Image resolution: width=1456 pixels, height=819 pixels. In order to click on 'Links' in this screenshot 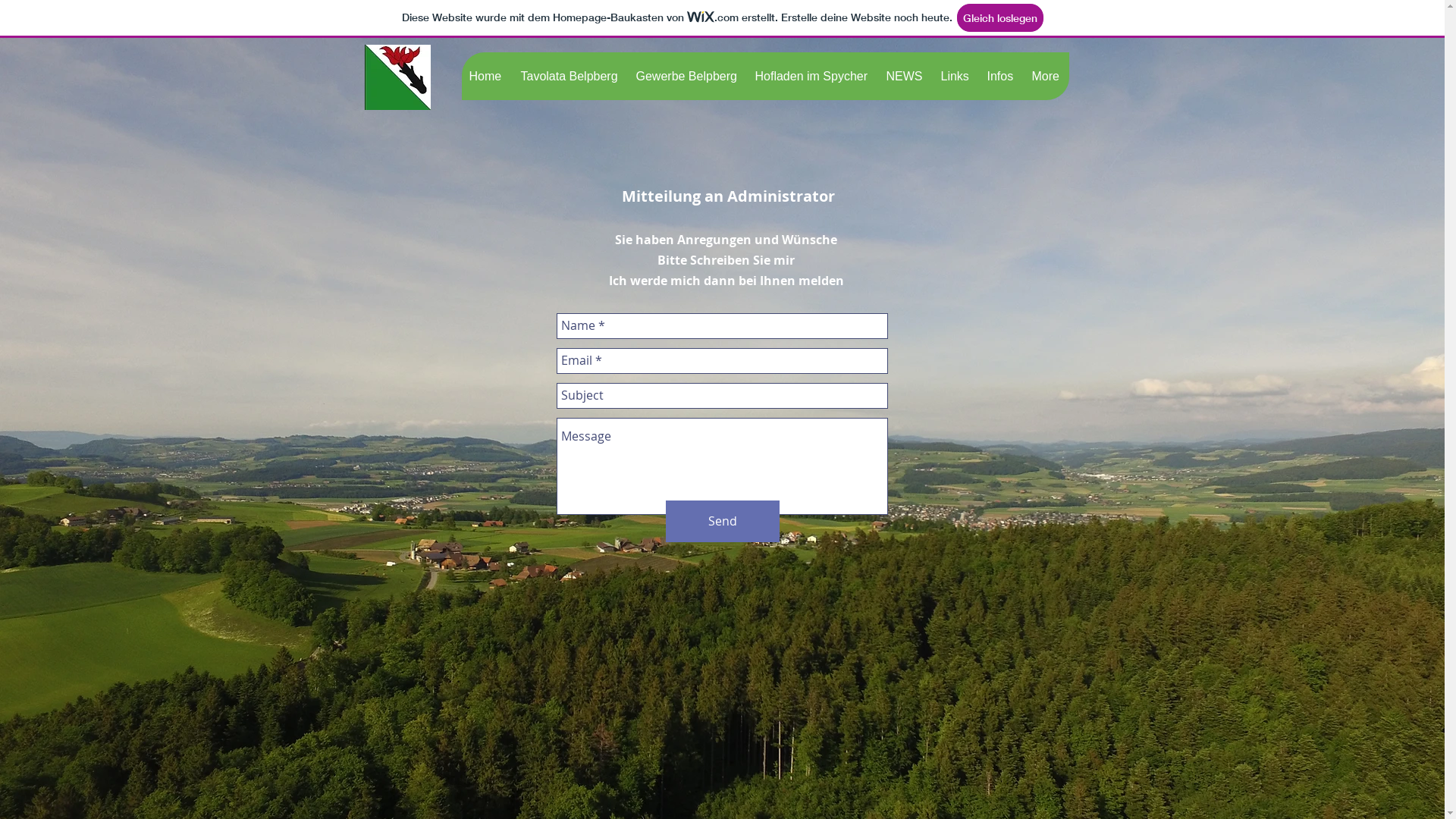, I will do `click(955, 76)`.